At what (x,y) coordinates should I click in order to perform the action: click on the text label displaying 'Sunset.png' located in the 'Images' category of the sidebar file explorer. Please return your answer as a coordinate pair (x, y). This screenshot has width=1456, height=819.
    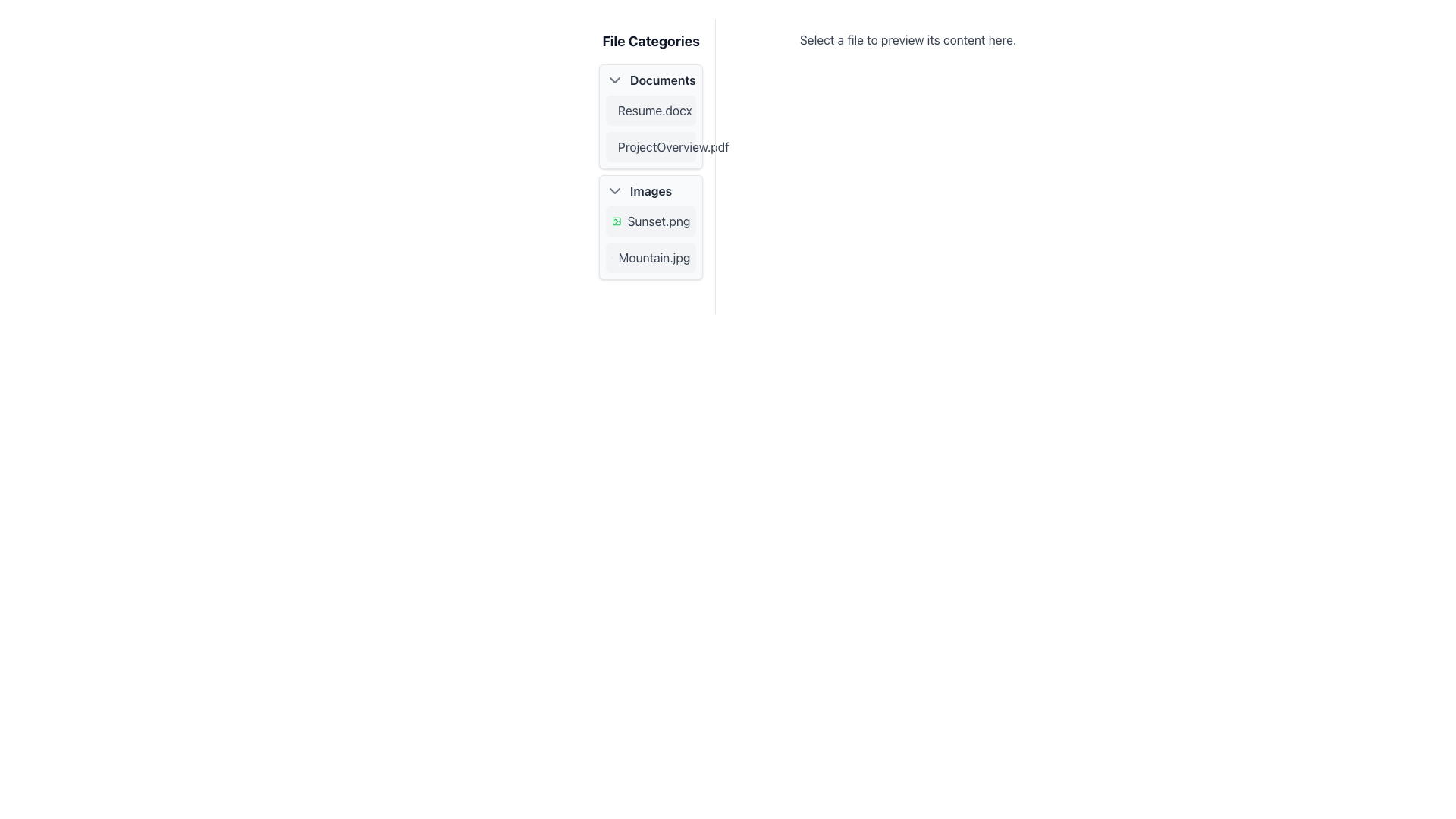
    Looking at the image, I should click on (658, 221).